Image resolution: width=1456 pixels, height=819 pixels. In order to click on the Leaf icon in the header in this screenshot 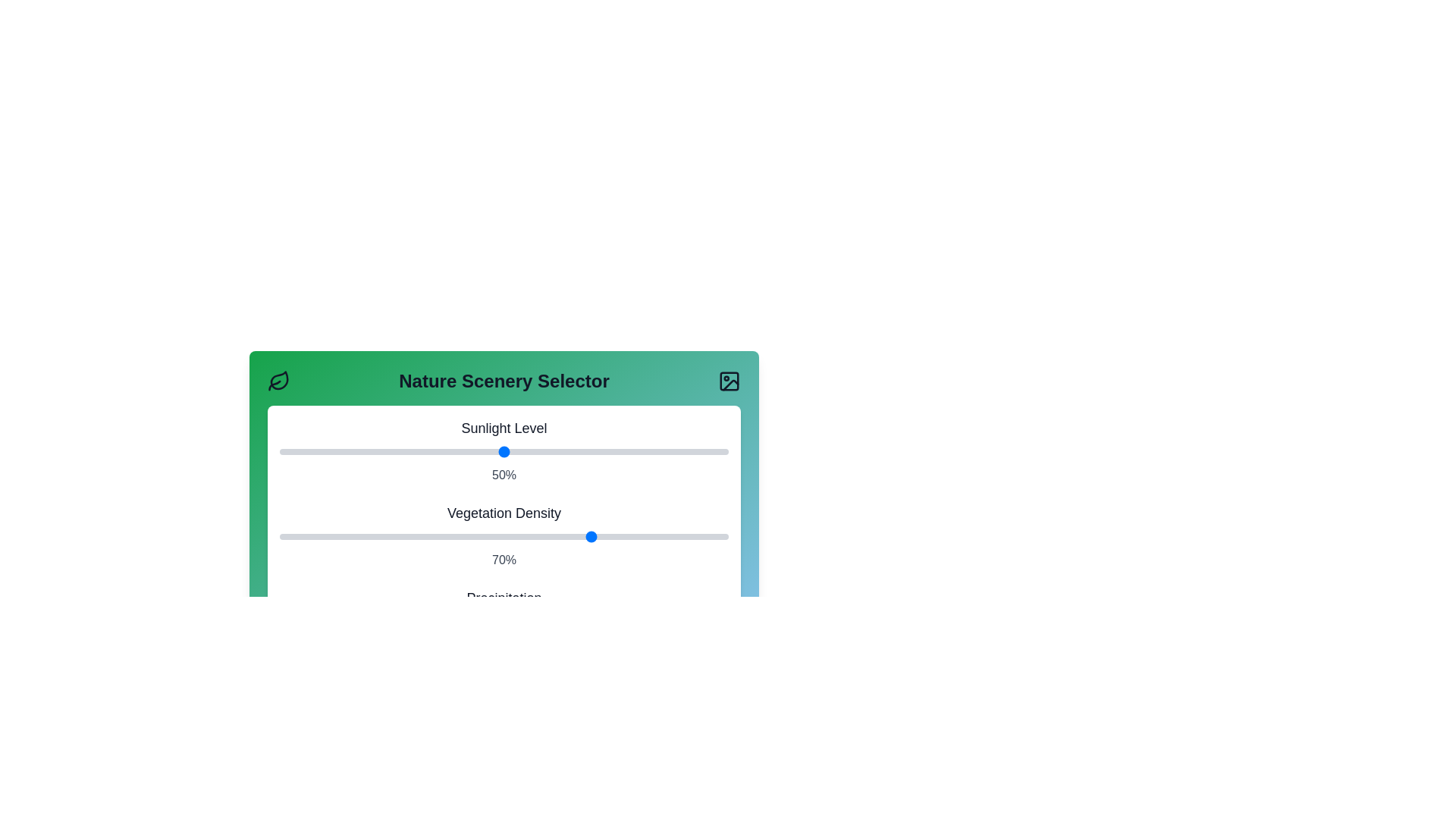, I will do `click(279, 380)`.